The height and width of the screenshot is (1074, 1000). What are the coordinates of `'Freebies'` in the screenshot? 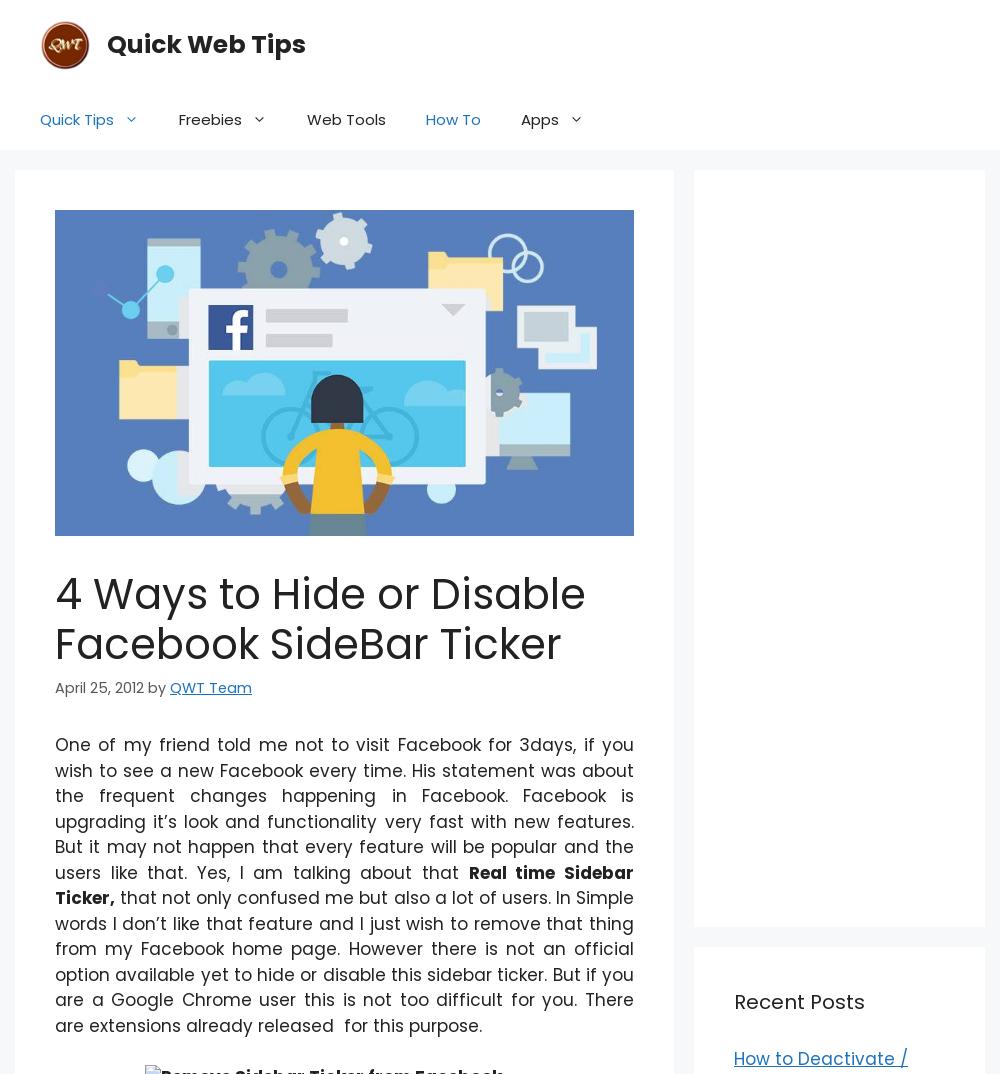 It's located at (209, 118).